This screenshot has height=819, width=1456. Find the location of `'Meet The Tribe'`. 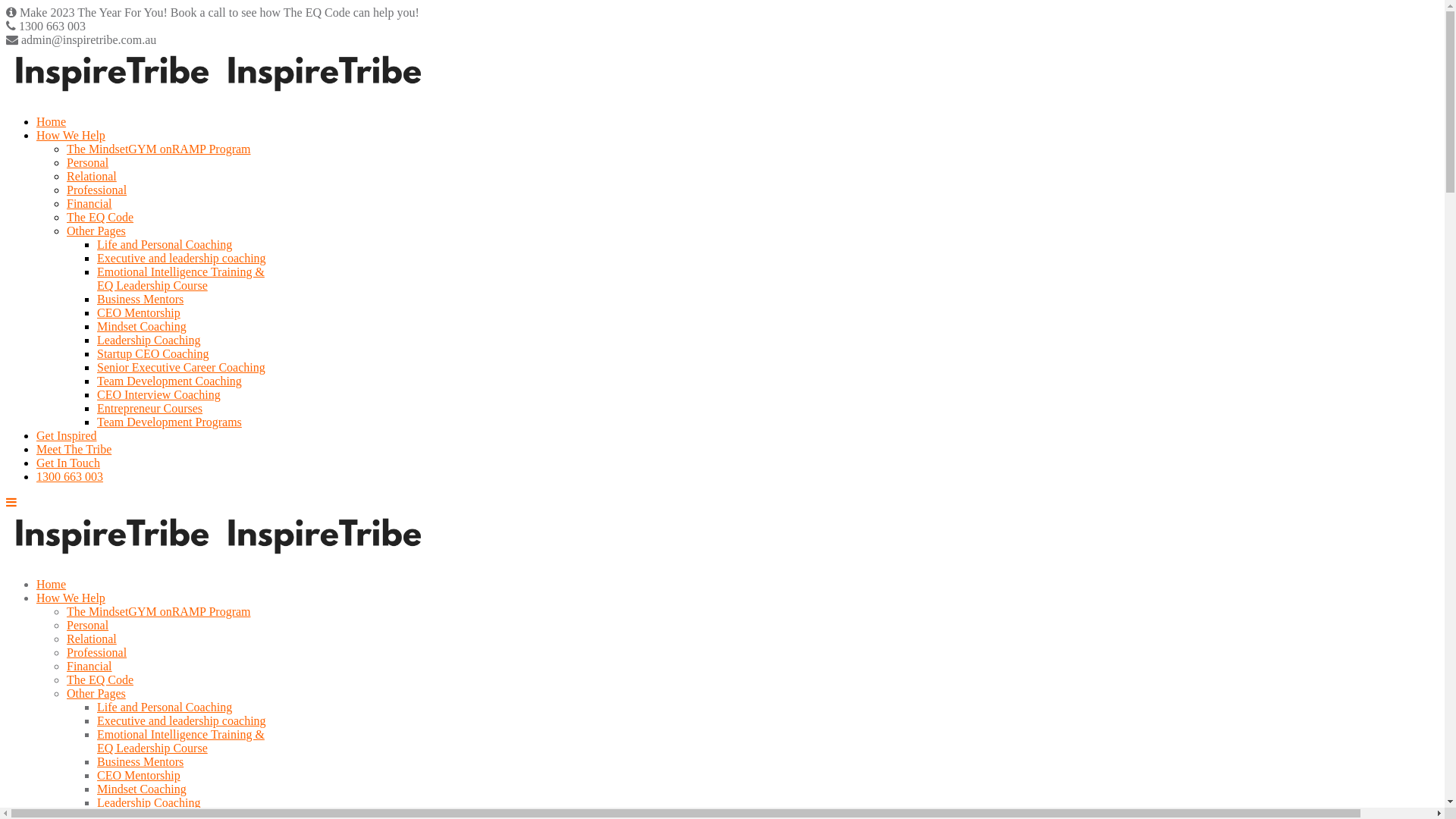

'Meet The Tribe' is located at coordinates (73, 448).